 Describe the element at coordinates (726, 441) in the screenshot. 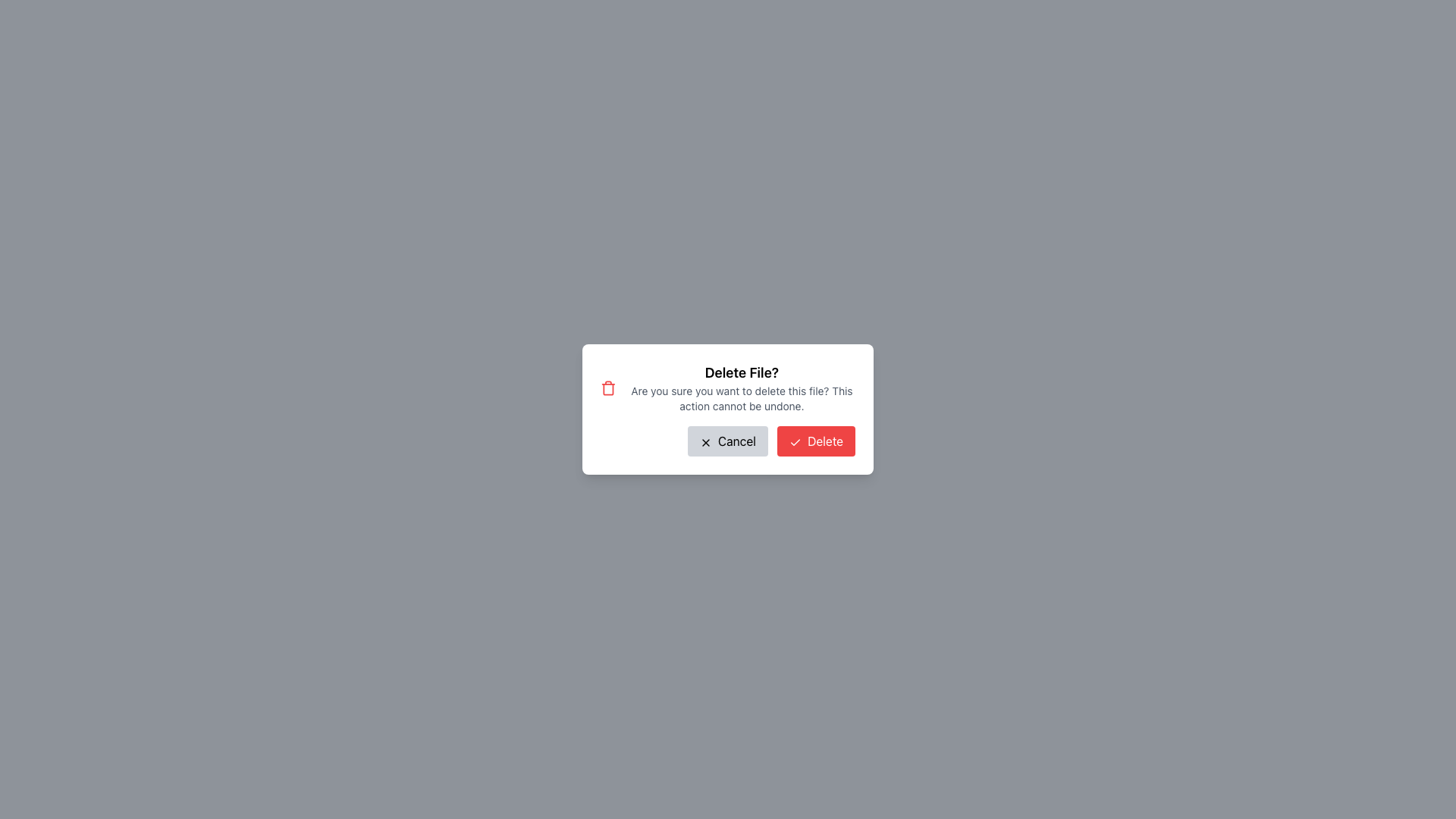

I see `the 'Cancel' button located at the bottom left of the dialog box to discard the current operation and return to the previous state` at that location.